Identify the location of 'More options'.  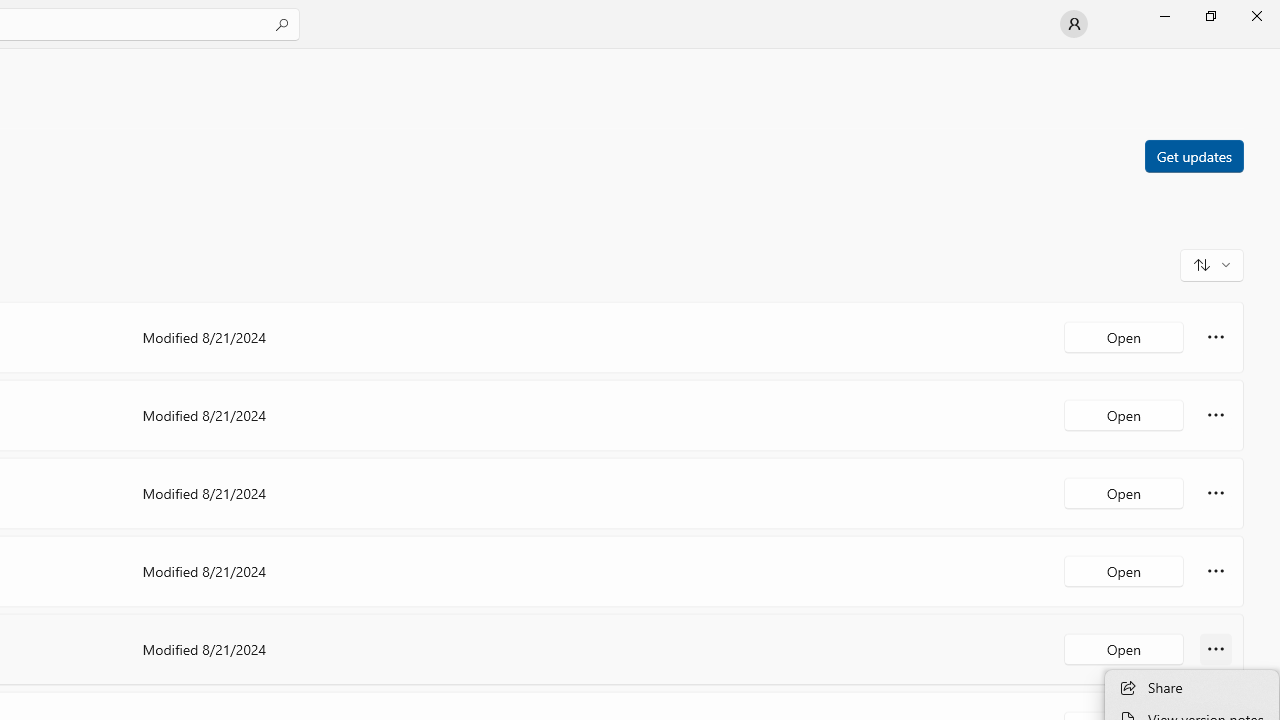
(1215, 649).